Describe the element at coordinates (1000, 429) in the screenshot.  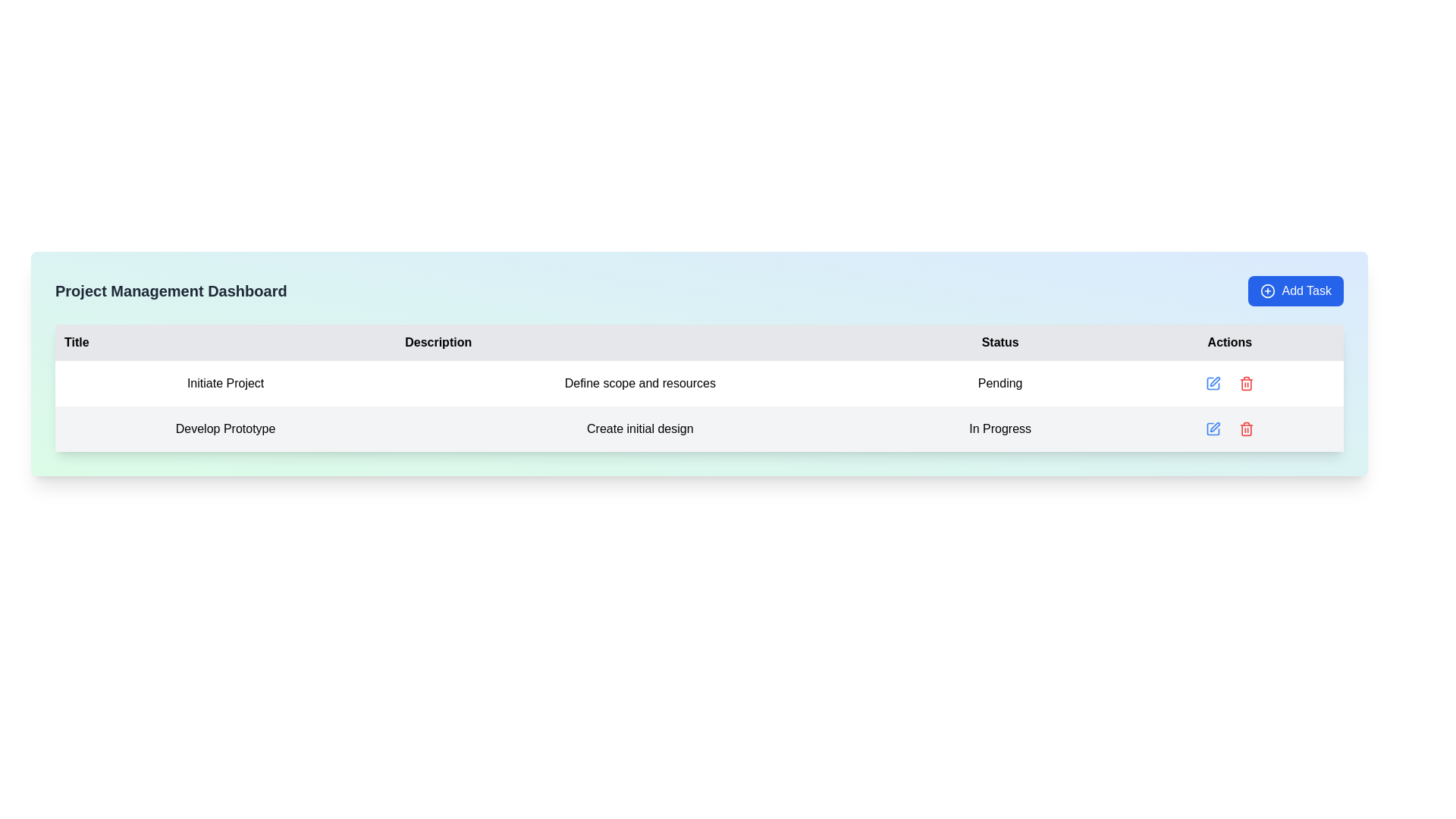
I see `the static text label indicating the progress status of the task 'Develop Prototype' in the second row and third column of the table layout` at that location.